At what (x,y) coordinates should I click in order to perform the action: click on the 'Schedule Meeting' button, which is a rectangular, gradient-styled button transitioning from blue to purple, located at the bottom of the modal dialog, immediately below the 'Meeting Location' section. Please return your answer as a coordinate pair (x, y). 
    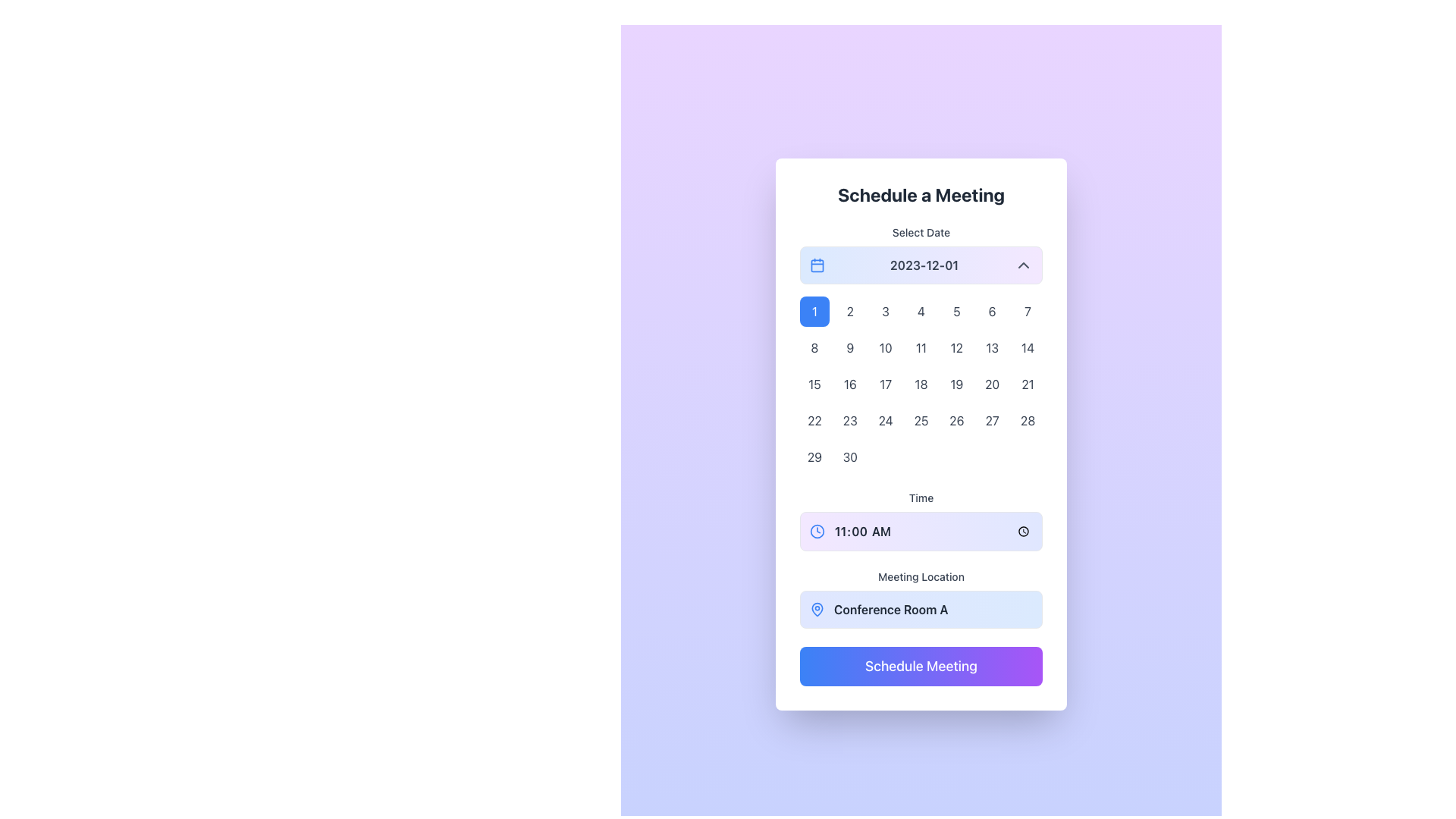
    Looking at the image, I should click on (920, 666).